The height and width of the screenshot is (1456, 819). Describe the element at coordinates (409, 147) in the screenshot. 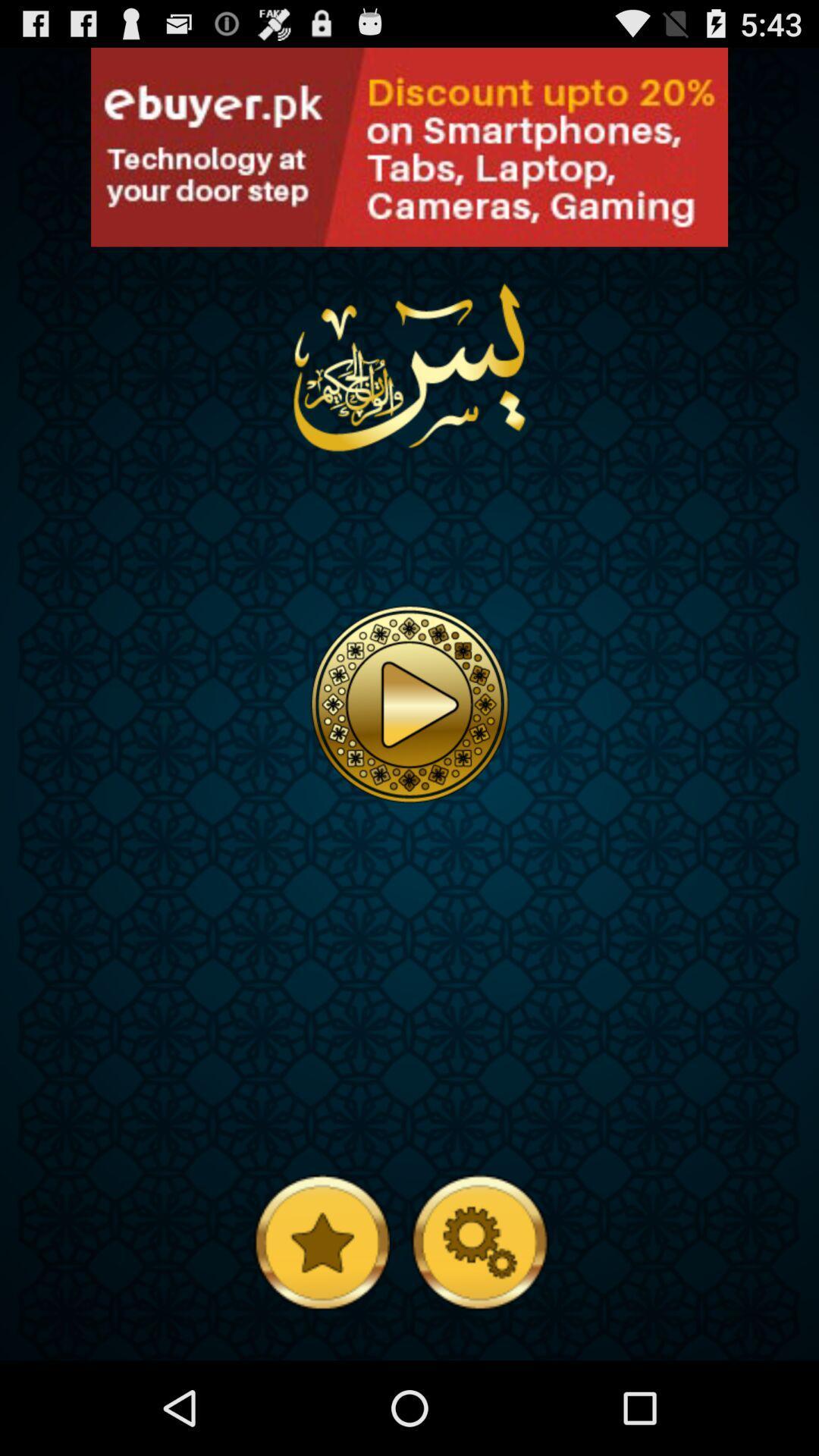

I see `option` at that location.